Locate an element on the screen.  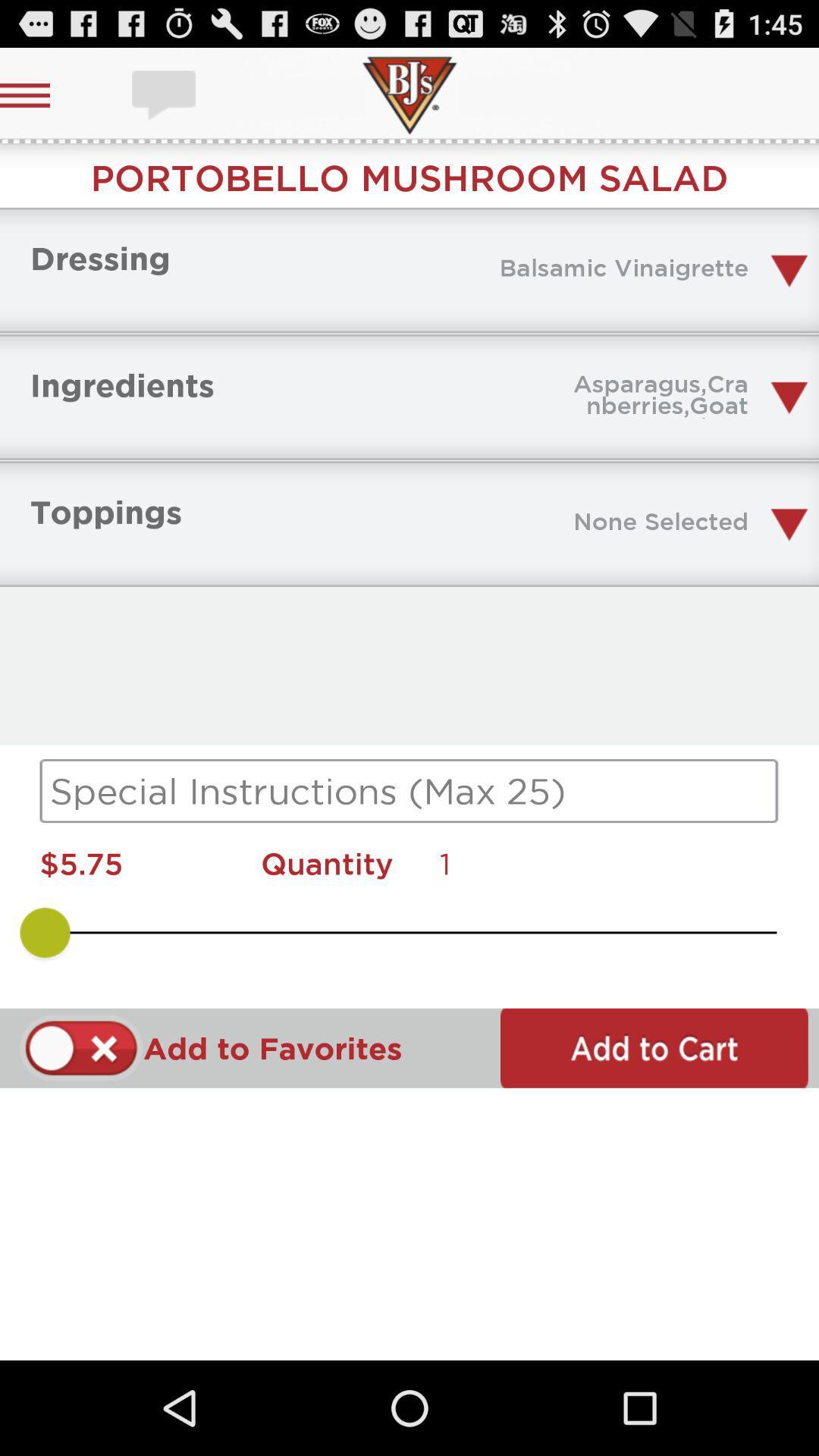
chat option is located at coordinates (165, 94).